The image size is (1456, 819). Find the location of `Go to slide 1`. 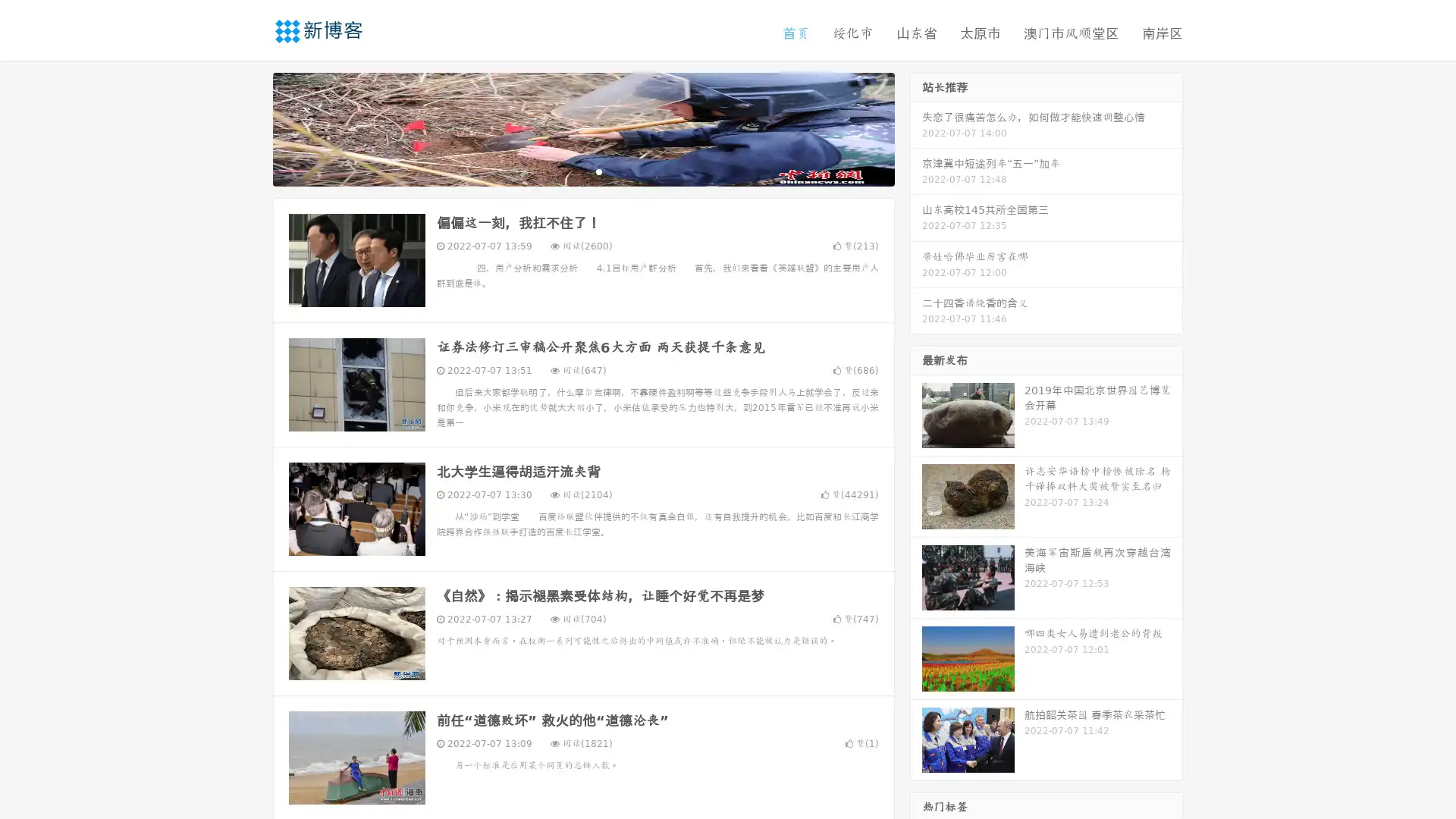

Go to slide 1 is located at coordinates (567, 171).